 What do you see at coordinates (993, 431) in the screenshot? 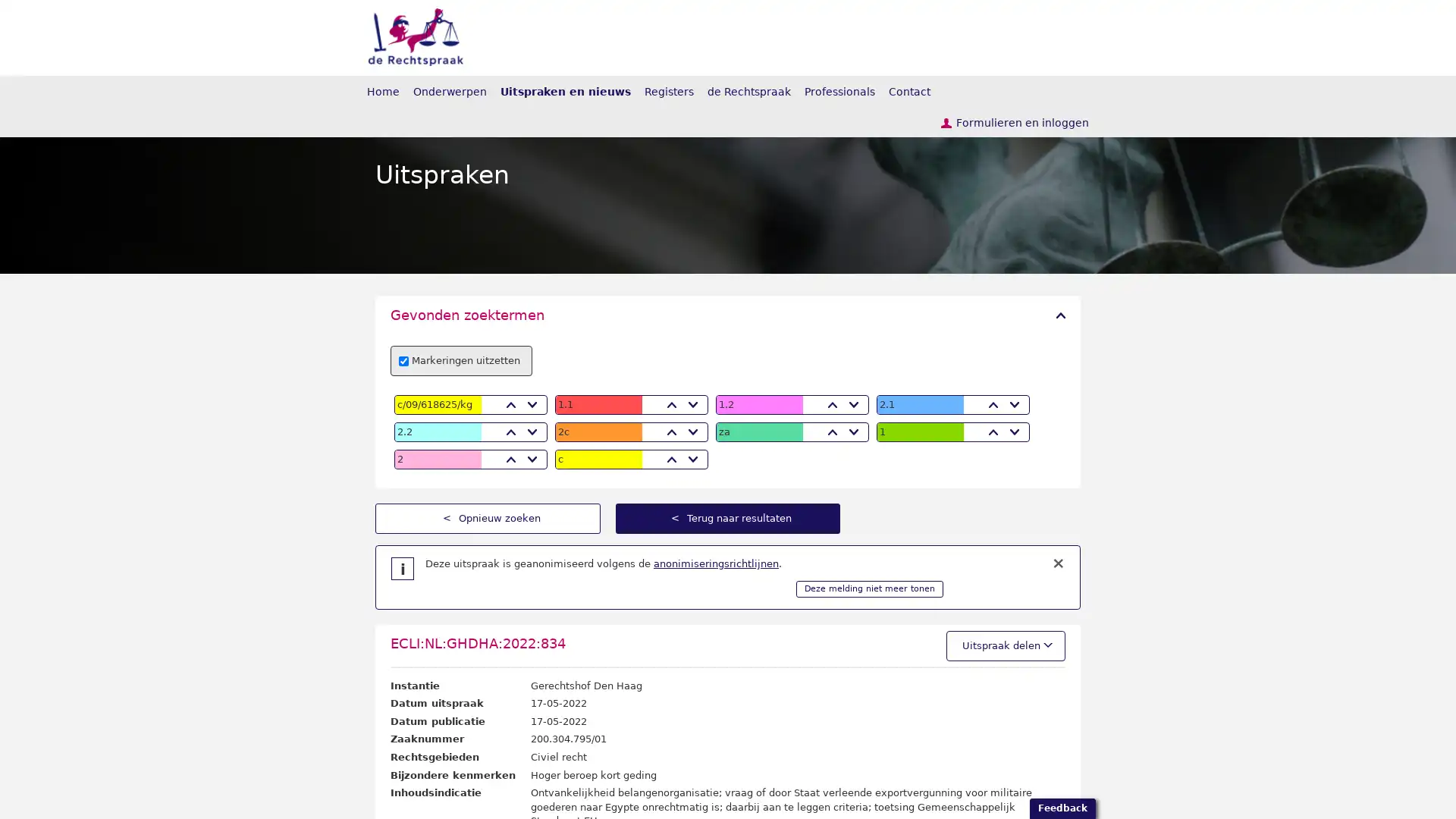
I see `Vorige zoek term` at bounding box center [993, 431].